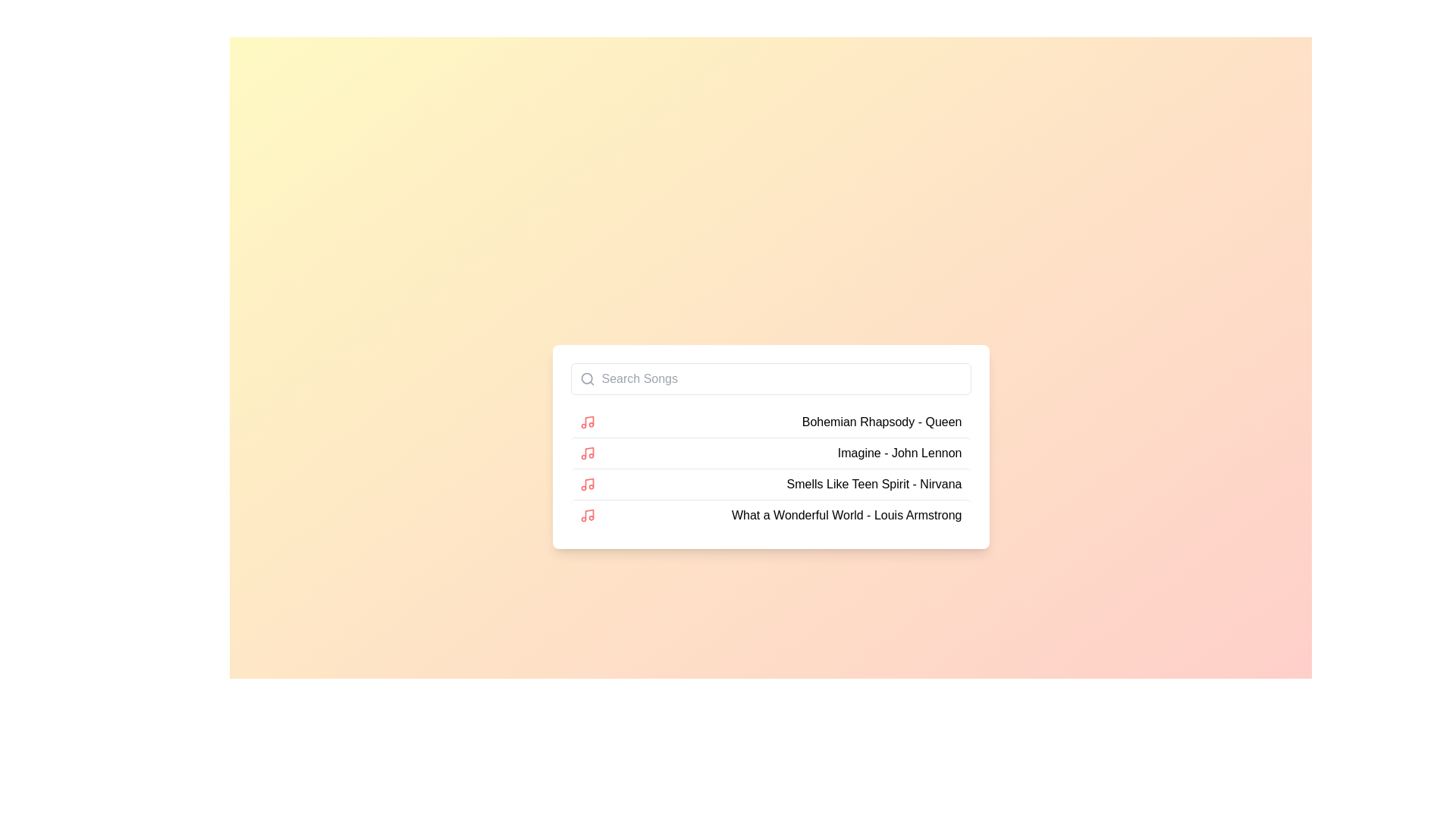 The height and width of the screenshot is (819, 1456). I want to click on the selectable list item labeled 'Imagine - John Lennon' to activate its hover effect, so click(770, 452).